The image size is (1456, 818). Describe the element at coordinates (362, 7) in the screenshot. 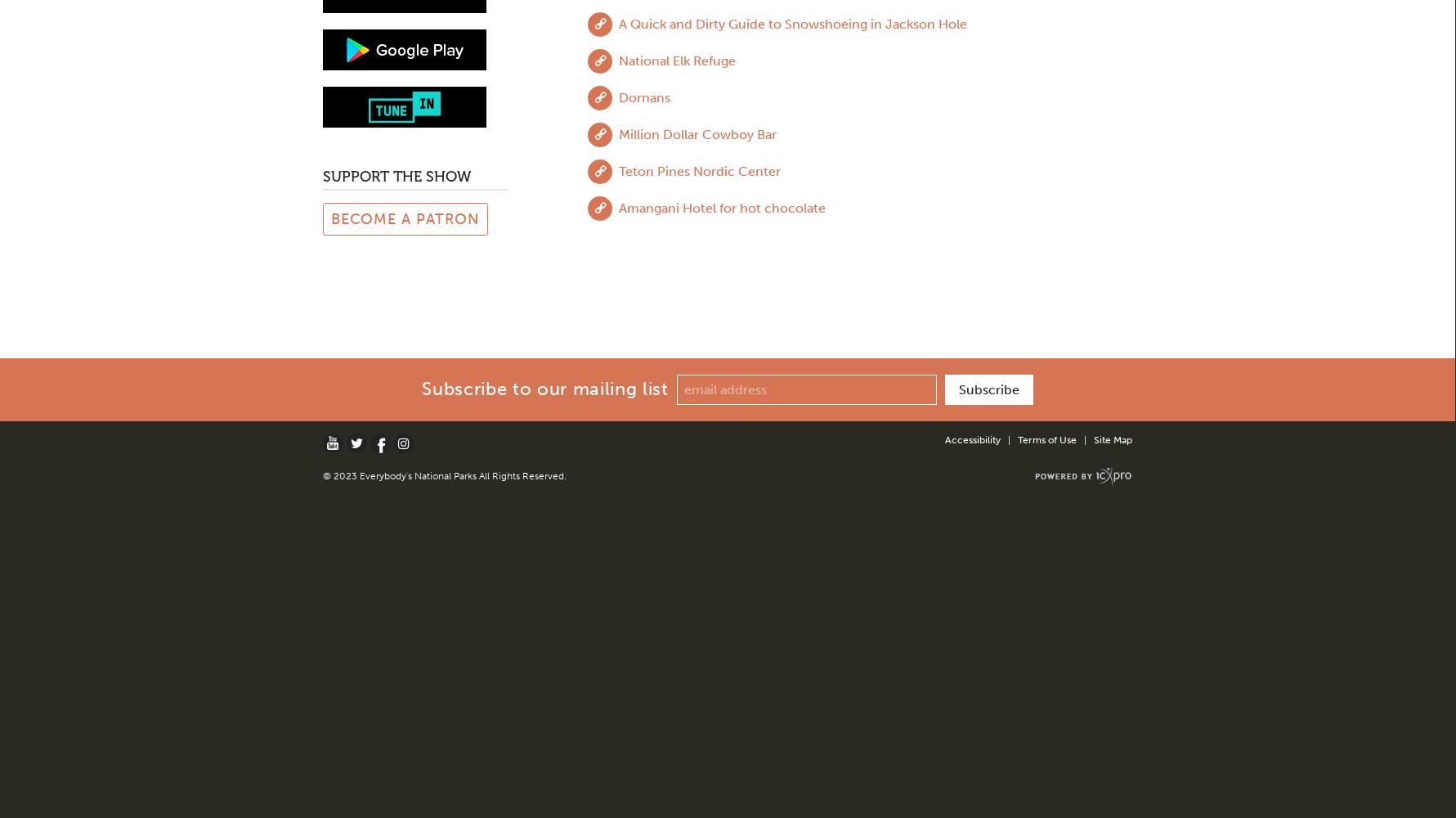

I see `'February 2019'` at that location.